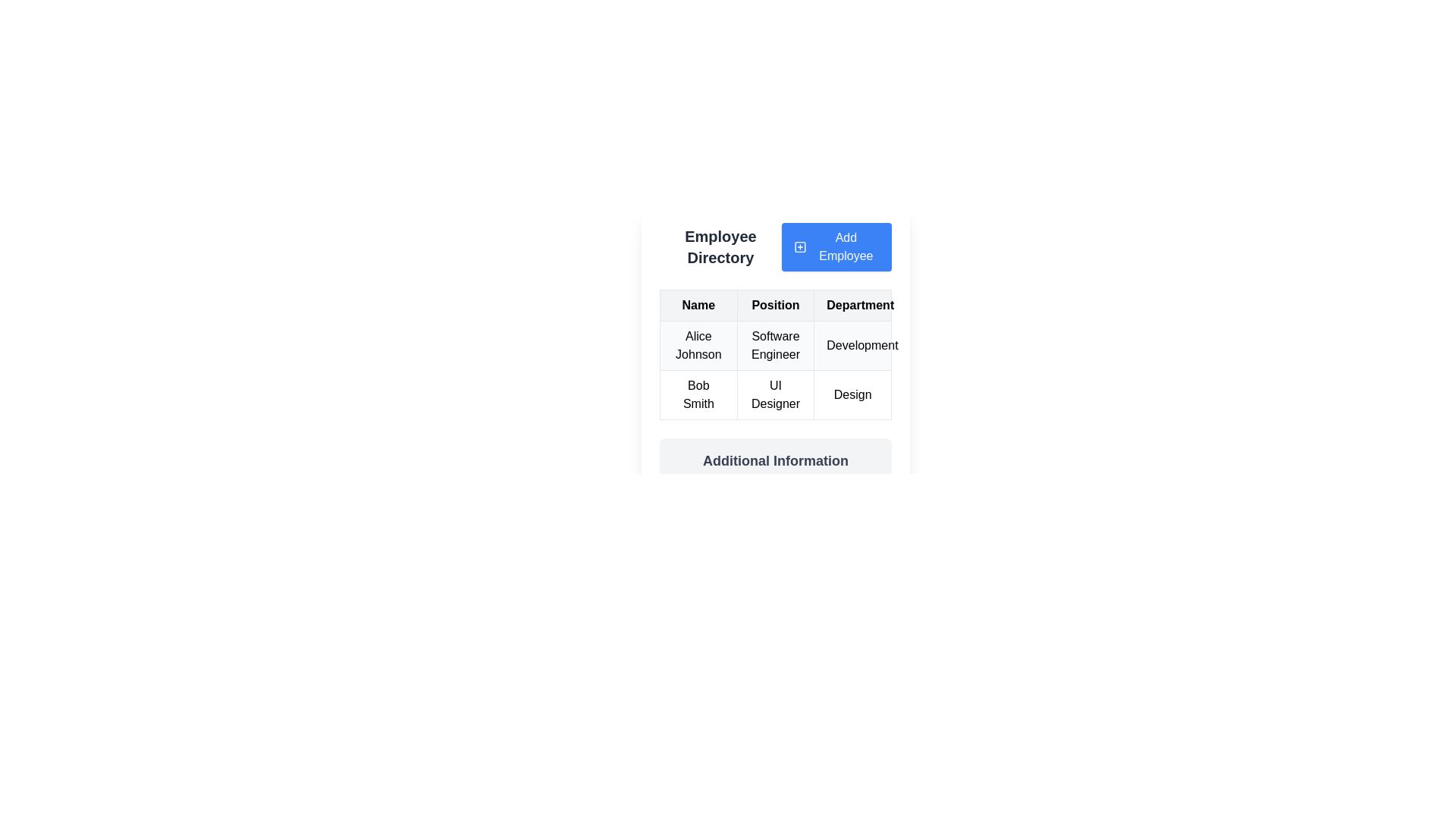 The height and width of the screenshot is (819, 1456). I want to click on the bright blue 'Add Employee' button with white text and a plus icon, so click(836, 246).